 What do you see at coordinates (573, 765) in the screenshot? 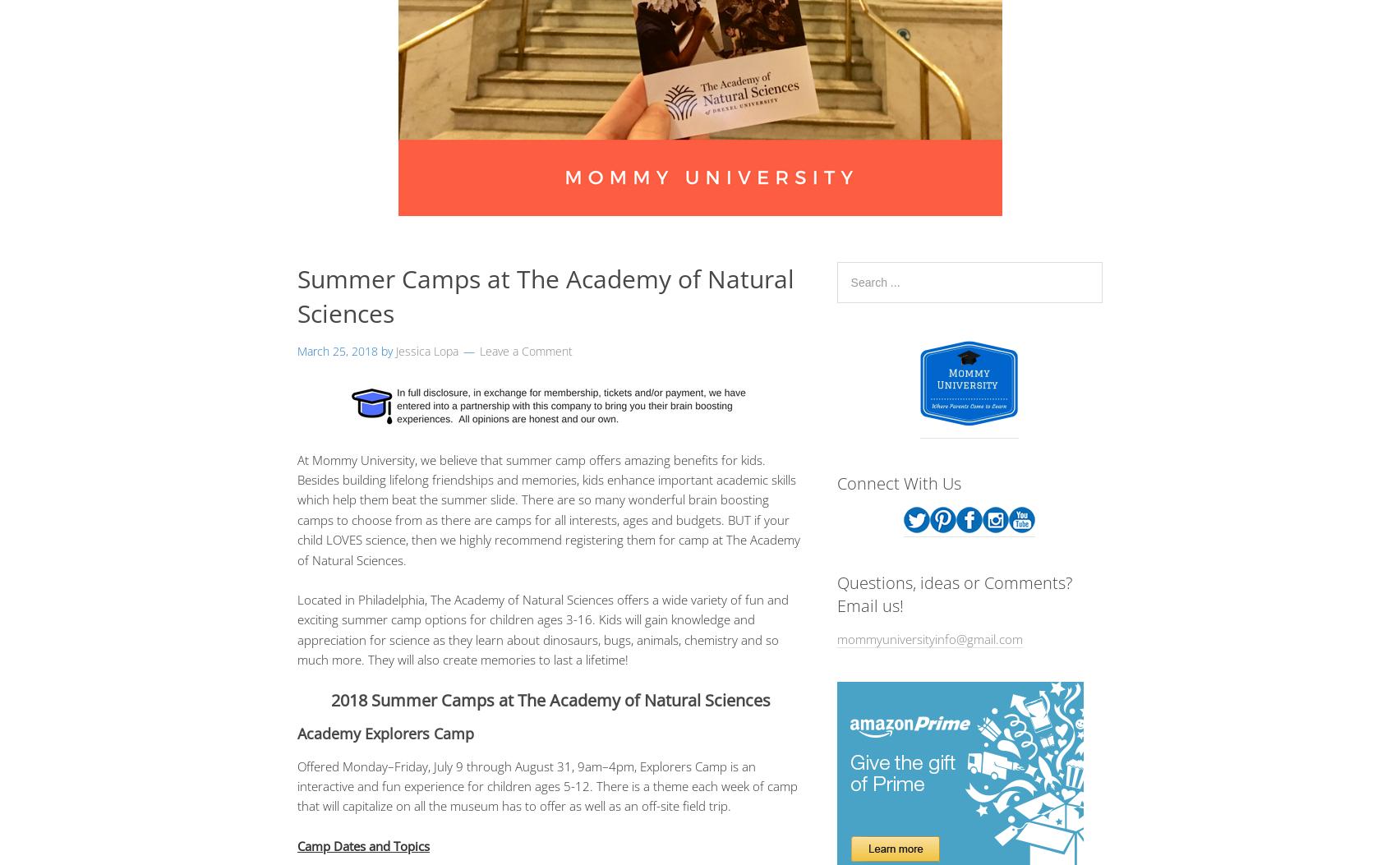
I see `','` at bounding box center [573, 765].